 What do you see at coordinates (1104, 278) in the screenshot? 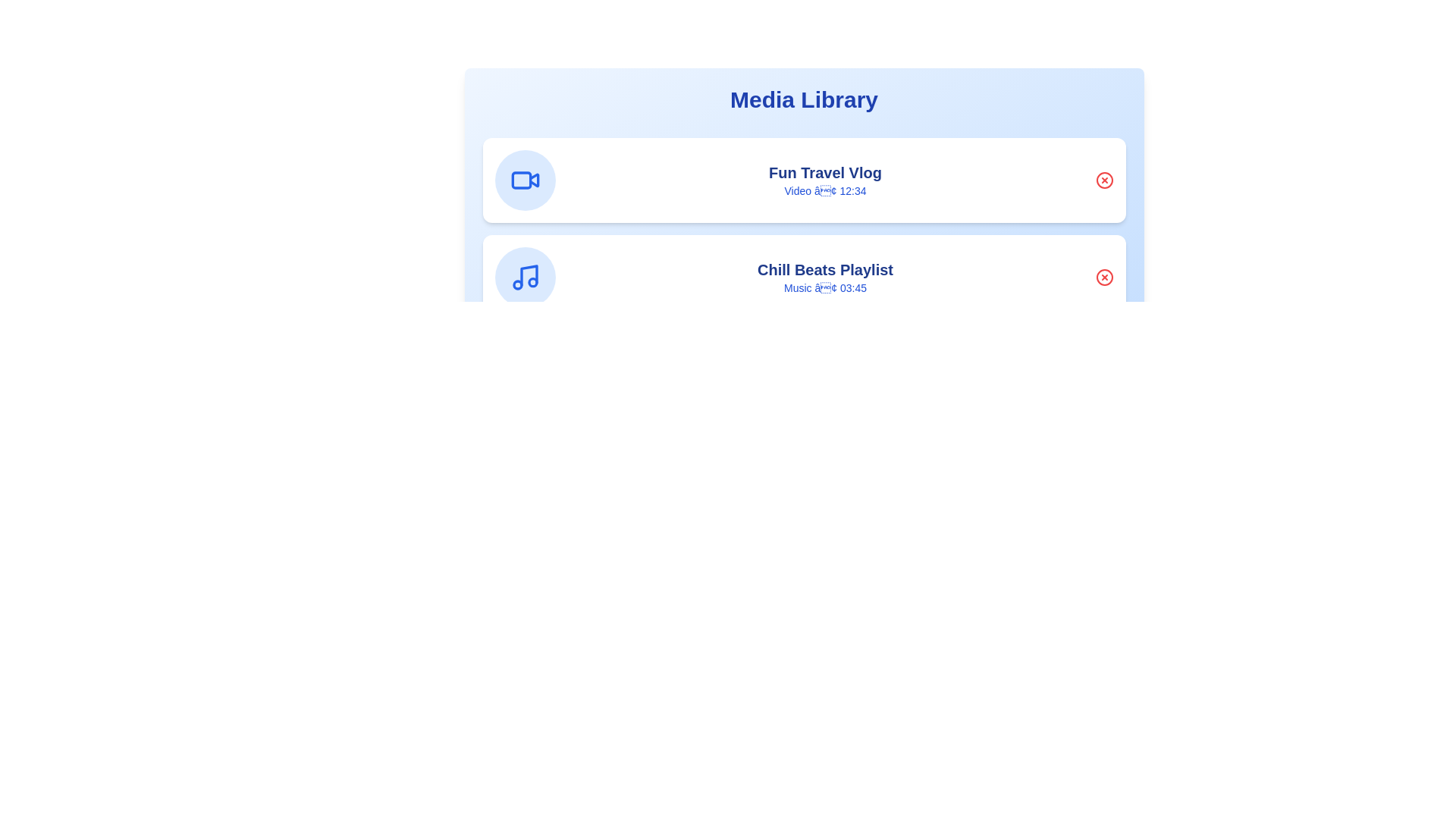
I see `the delete button for the media item titled 'Chill Beats Playlist'` at bounding box center [1104, 278].